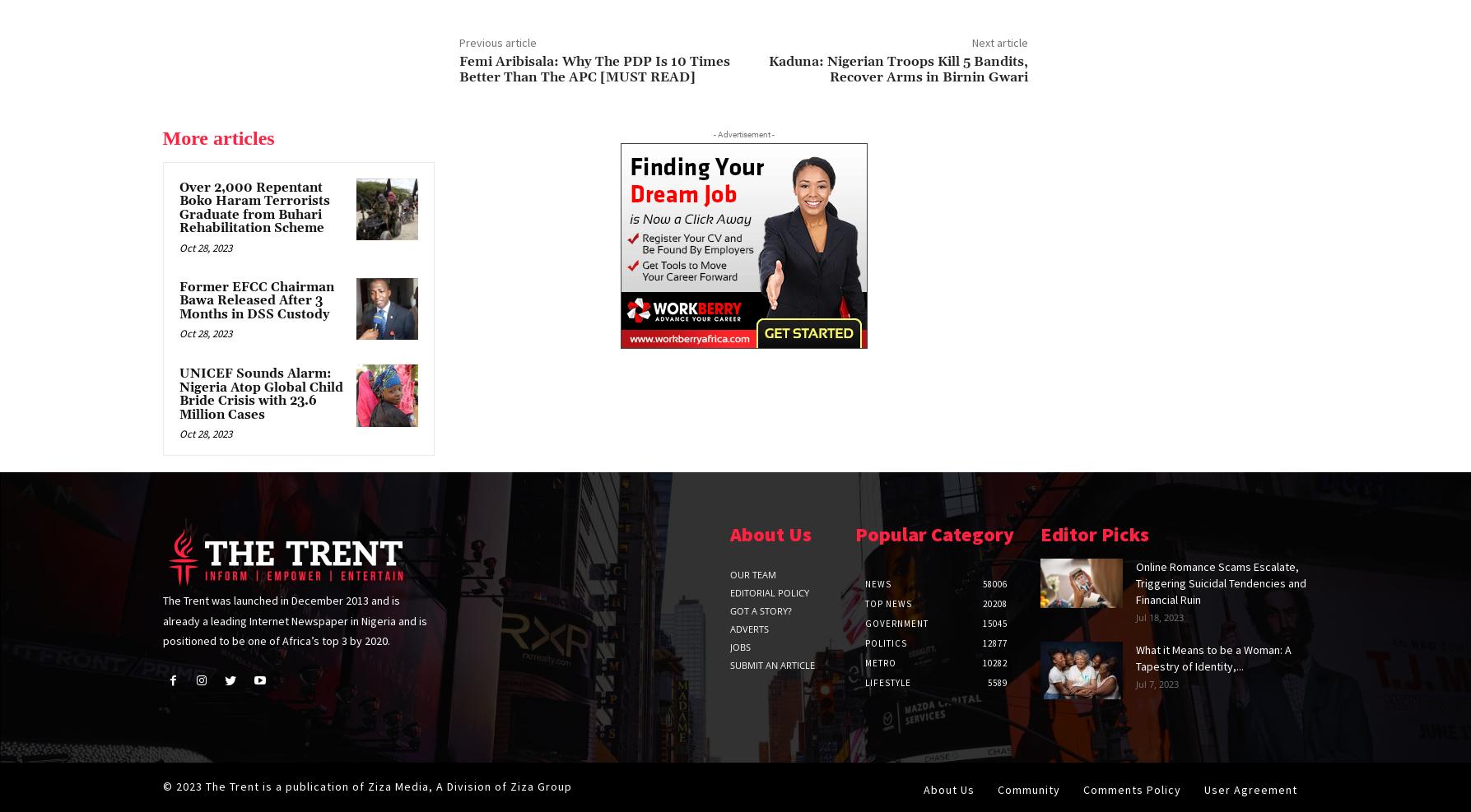  I want to click on 'UNICEF Sounds Alarm: Nigeria Atop Global Child Bride Crisis with 23.6 Million Cases', so click(259, 392).